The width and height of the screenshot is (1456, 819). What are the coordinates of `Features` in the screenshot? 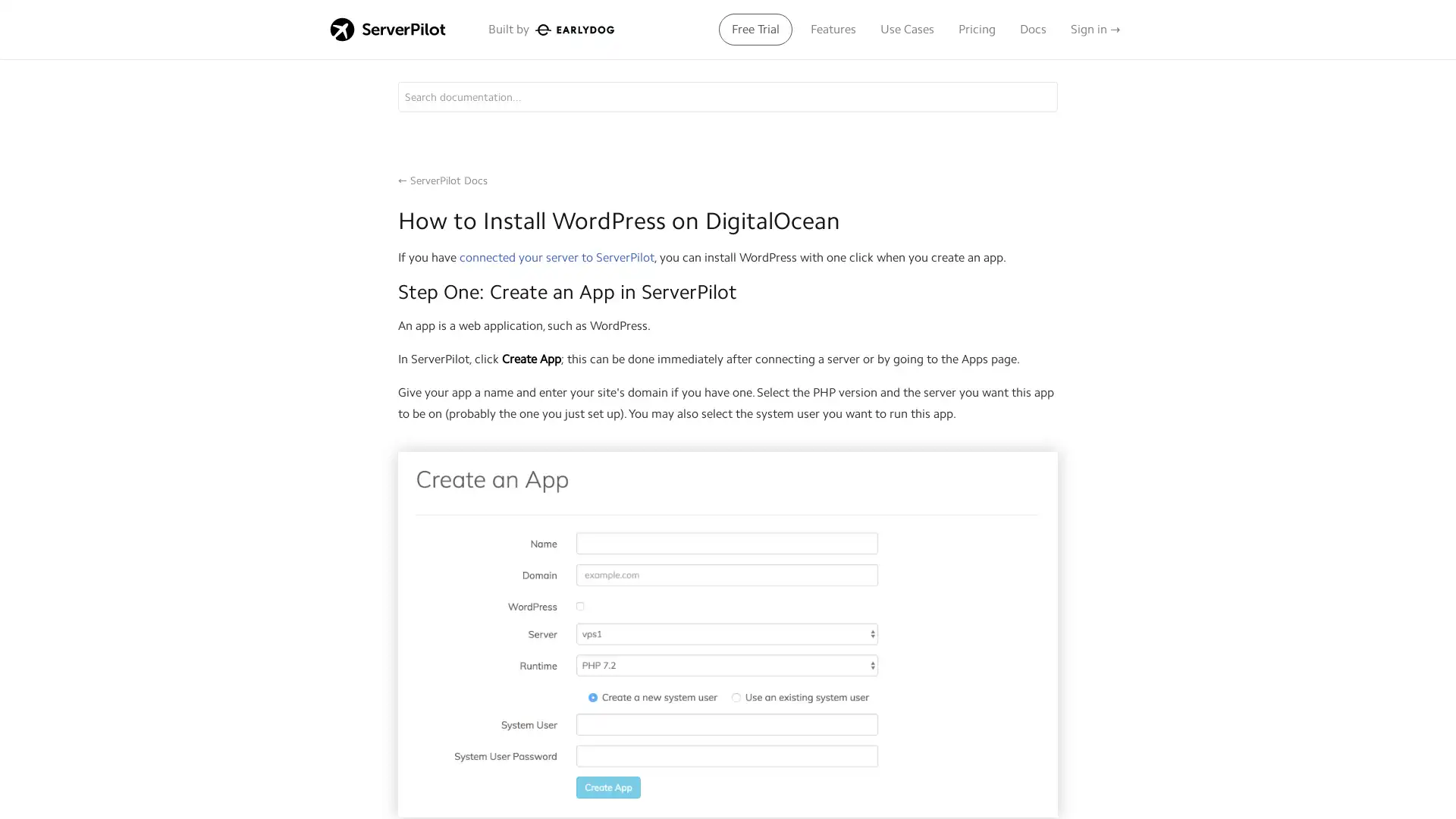 It's located at (833, 29).